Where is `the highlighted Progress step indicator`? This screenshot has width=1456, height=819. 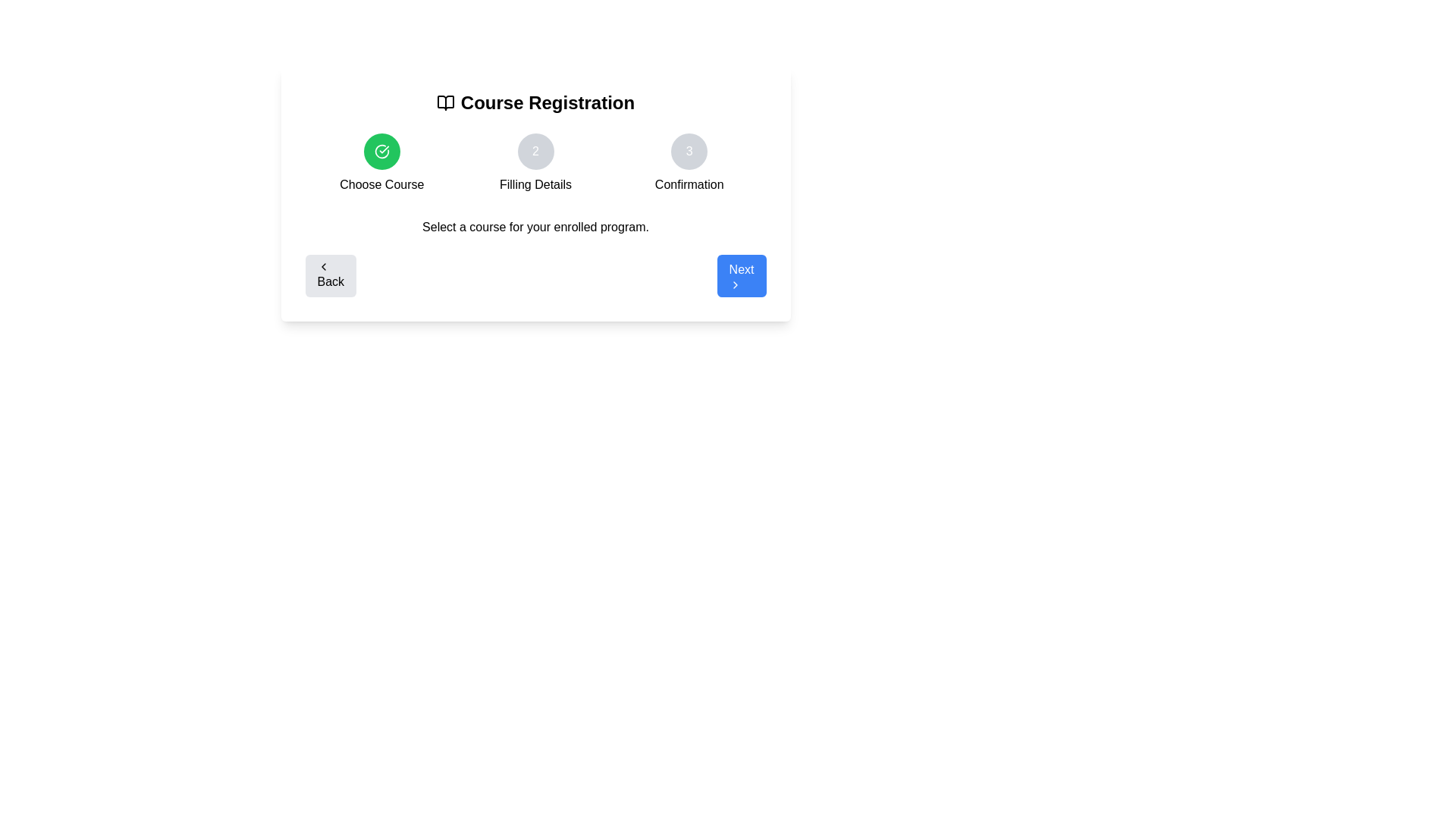
the highlighted Progress step indicator is located at coordinates (381, 164).